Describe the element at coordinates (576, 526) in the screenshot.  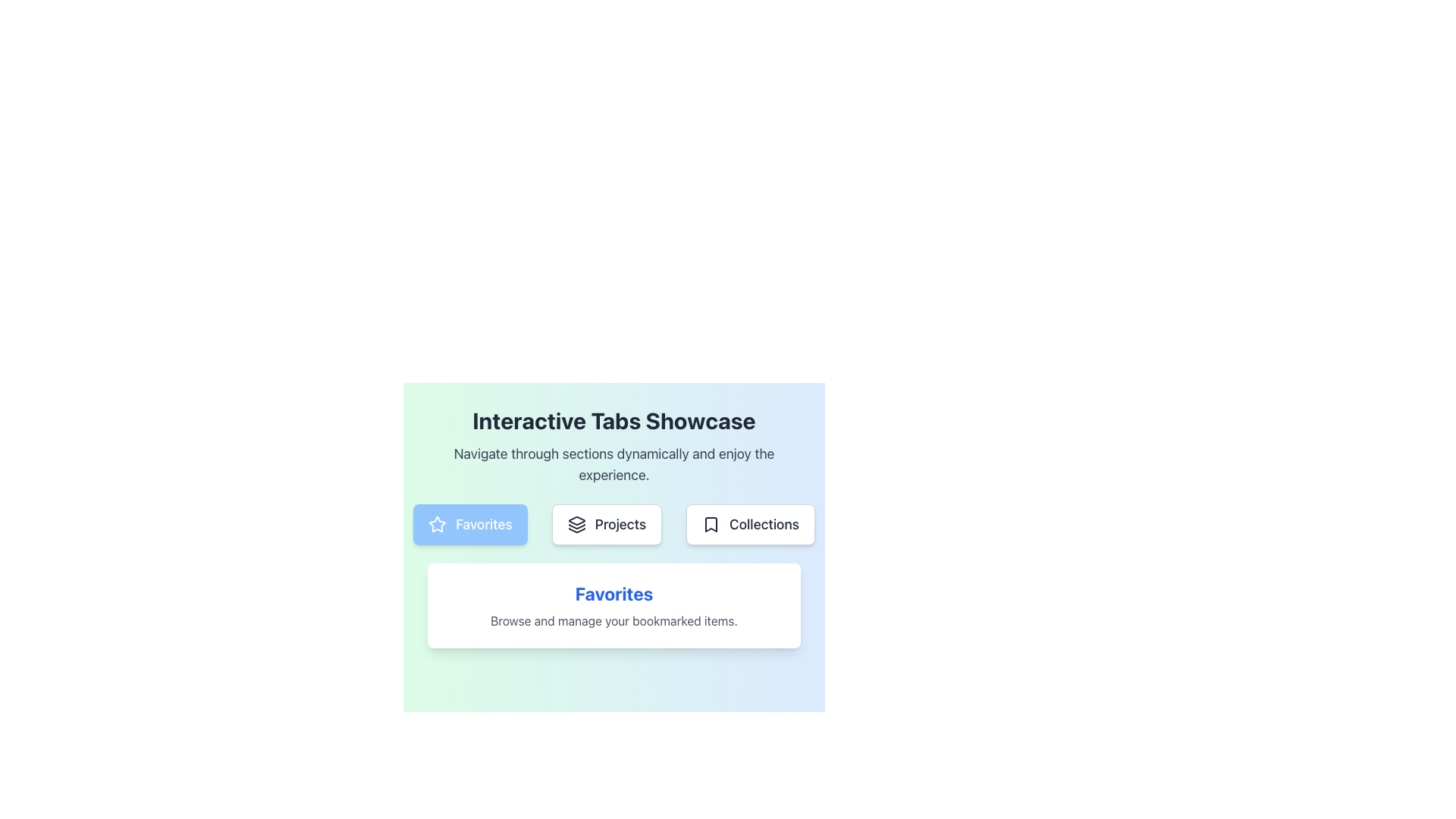
I see `the middle layer of the three-layered icon, which is a horizontal line-like shape with rounded edges styled to resemble stacking or grouping, located to the left of the 'Projects' text button` at that location.